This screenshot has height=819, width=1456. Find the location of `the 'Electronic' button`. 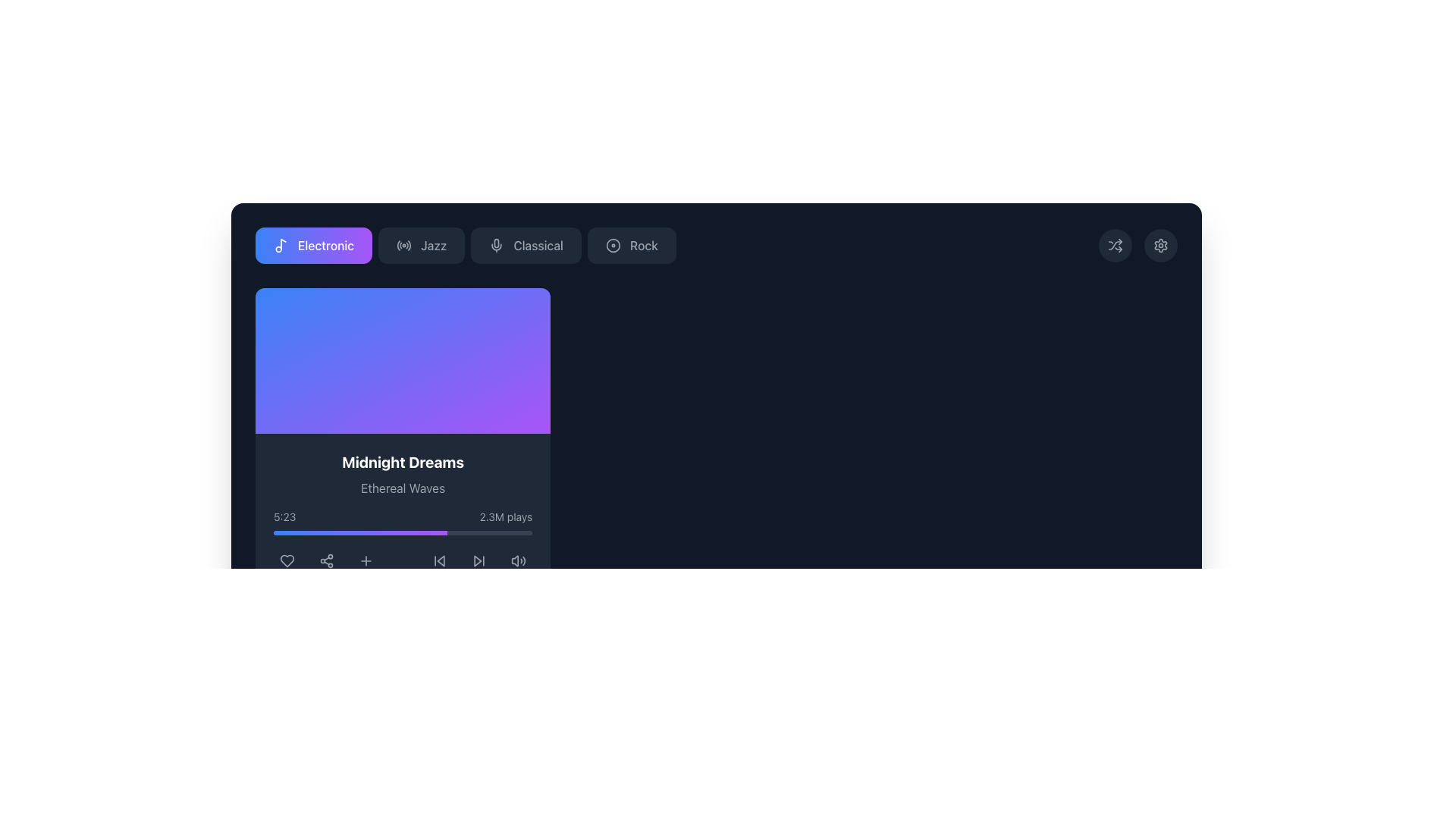

the 'Electronic' button is located at coordinates (312, 245).